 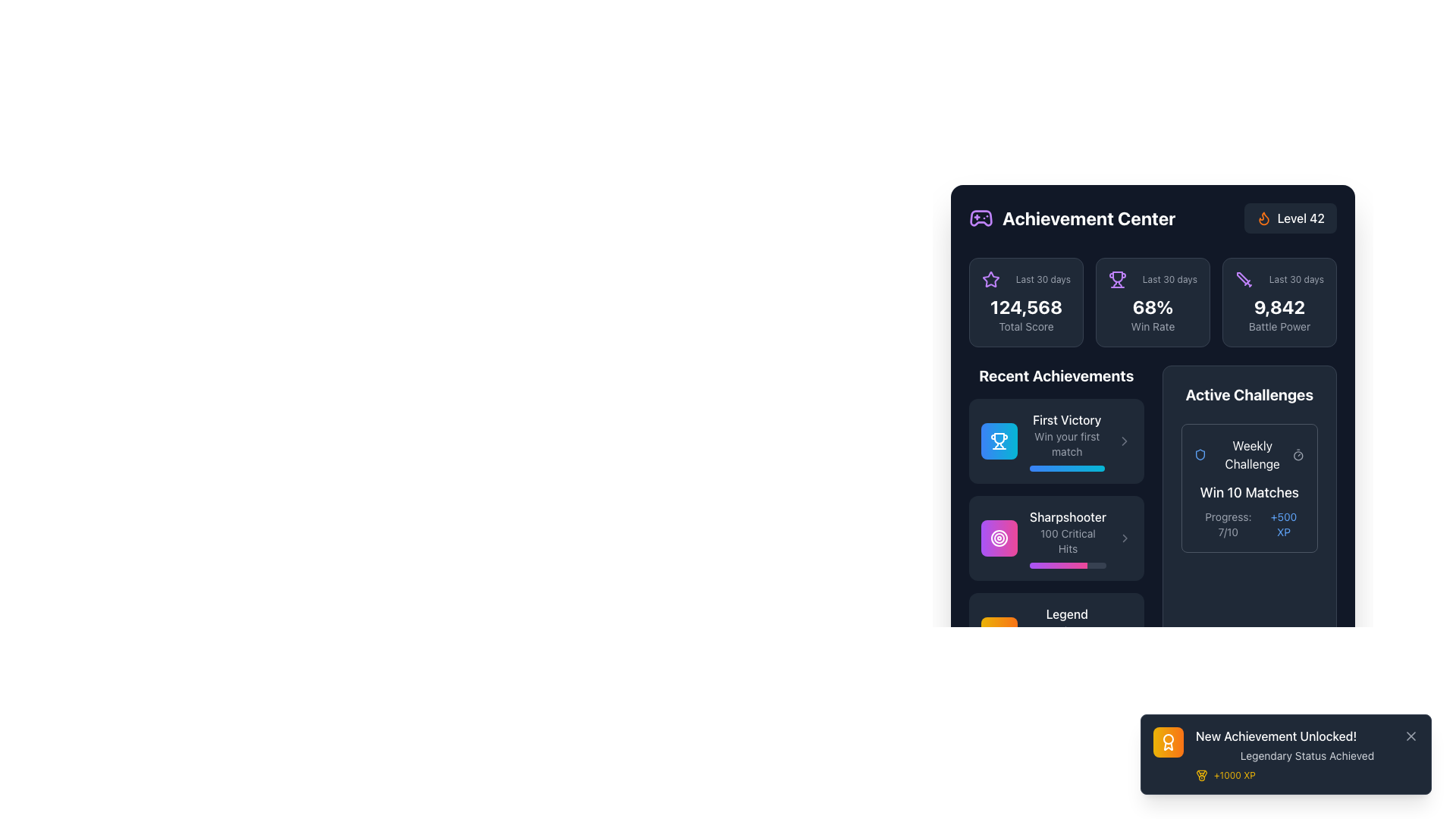 What do you see at coordinates (1298, 454) in the screenshot?
I see `the timer icon located on the right-hand side of the 'Active Challenges' section, next to the 'Weekly Challenge' text, serving as a visual cue` at bounding box center [1298, 454].